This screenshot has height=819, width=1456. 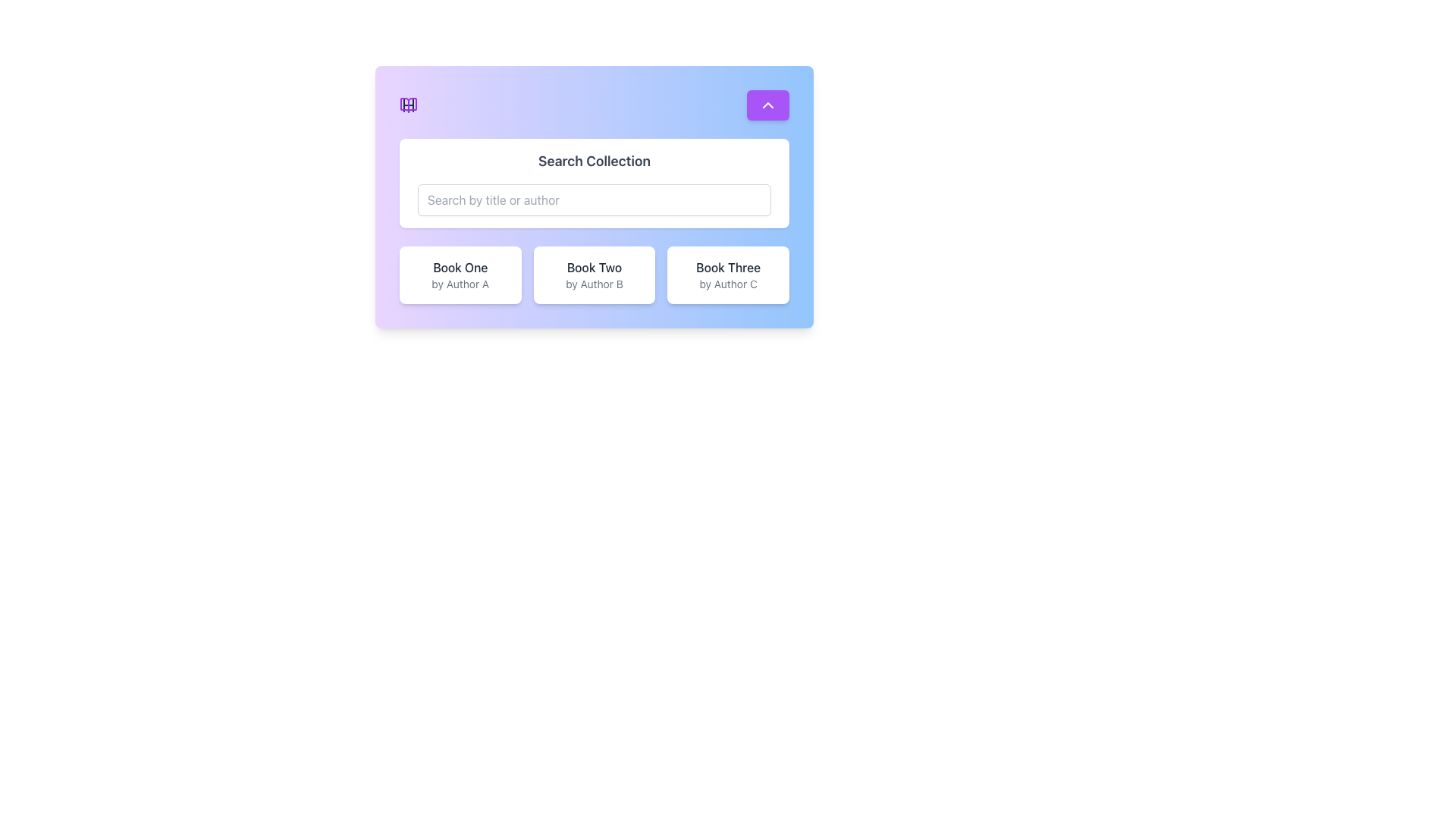 I want to click on the 'Book One' text element, which is displayed in a medium-sized bold dark gray font within a white rounded rectangle card, positioned above another text element ('by Author A'), so click(x=460, y=267).